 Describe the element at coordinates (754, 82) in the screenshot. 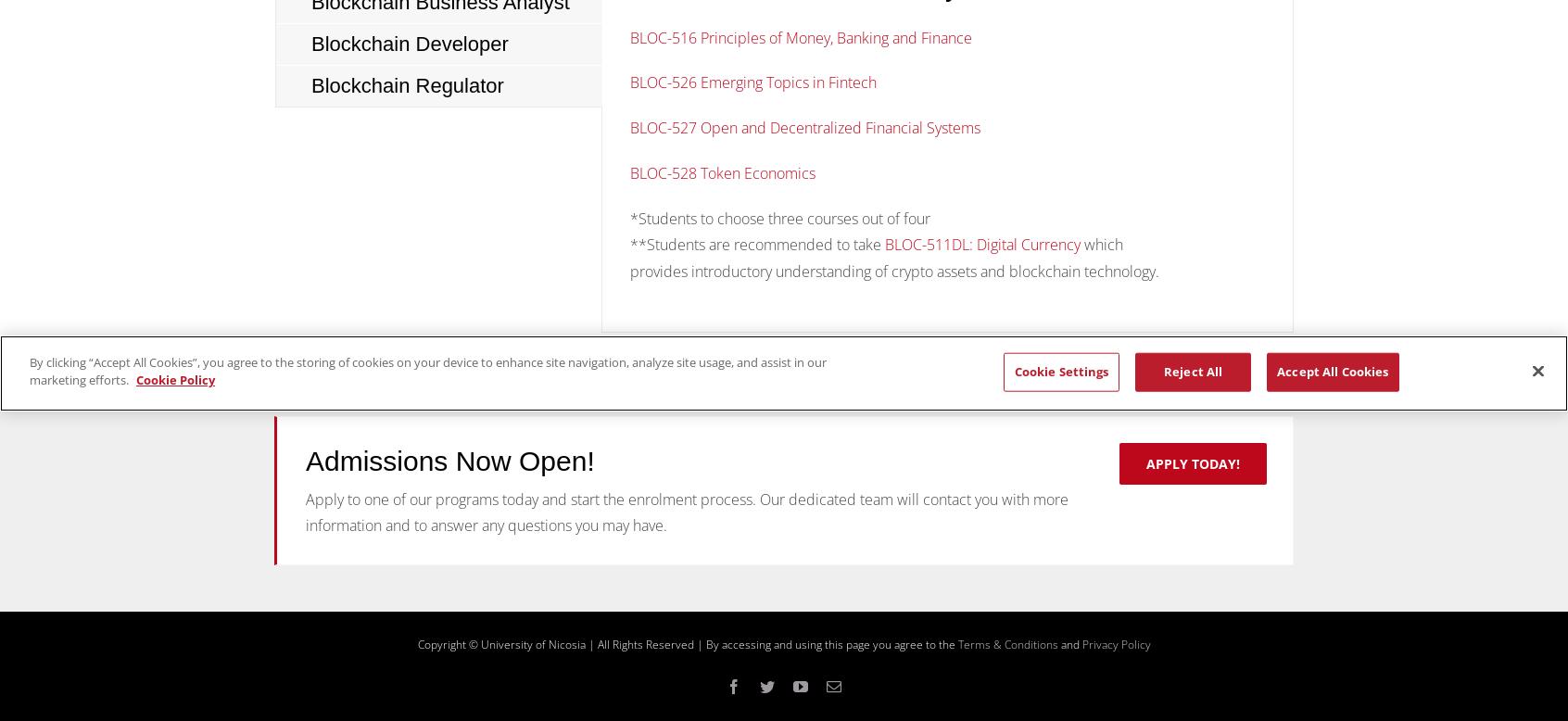

I see `'BLOC-526 Emerging Topics in Fintech'` at that location.